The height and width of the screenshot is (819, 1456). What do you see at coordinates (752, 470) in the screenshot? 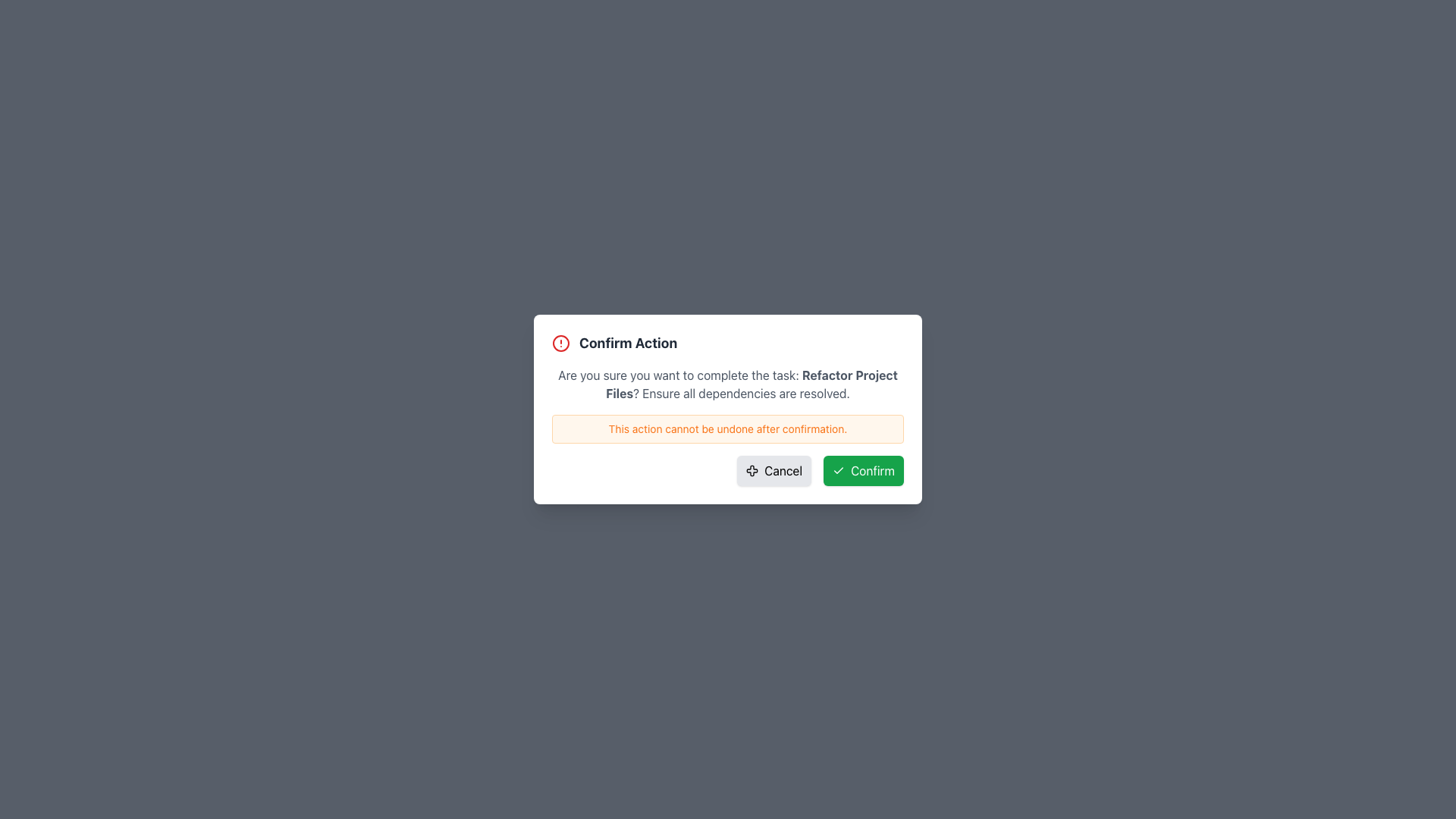
I see `the SVG cross icon of the 'Cancel' button in the modal window to visually indicate the cancel action` at bounding box center [752, 470].